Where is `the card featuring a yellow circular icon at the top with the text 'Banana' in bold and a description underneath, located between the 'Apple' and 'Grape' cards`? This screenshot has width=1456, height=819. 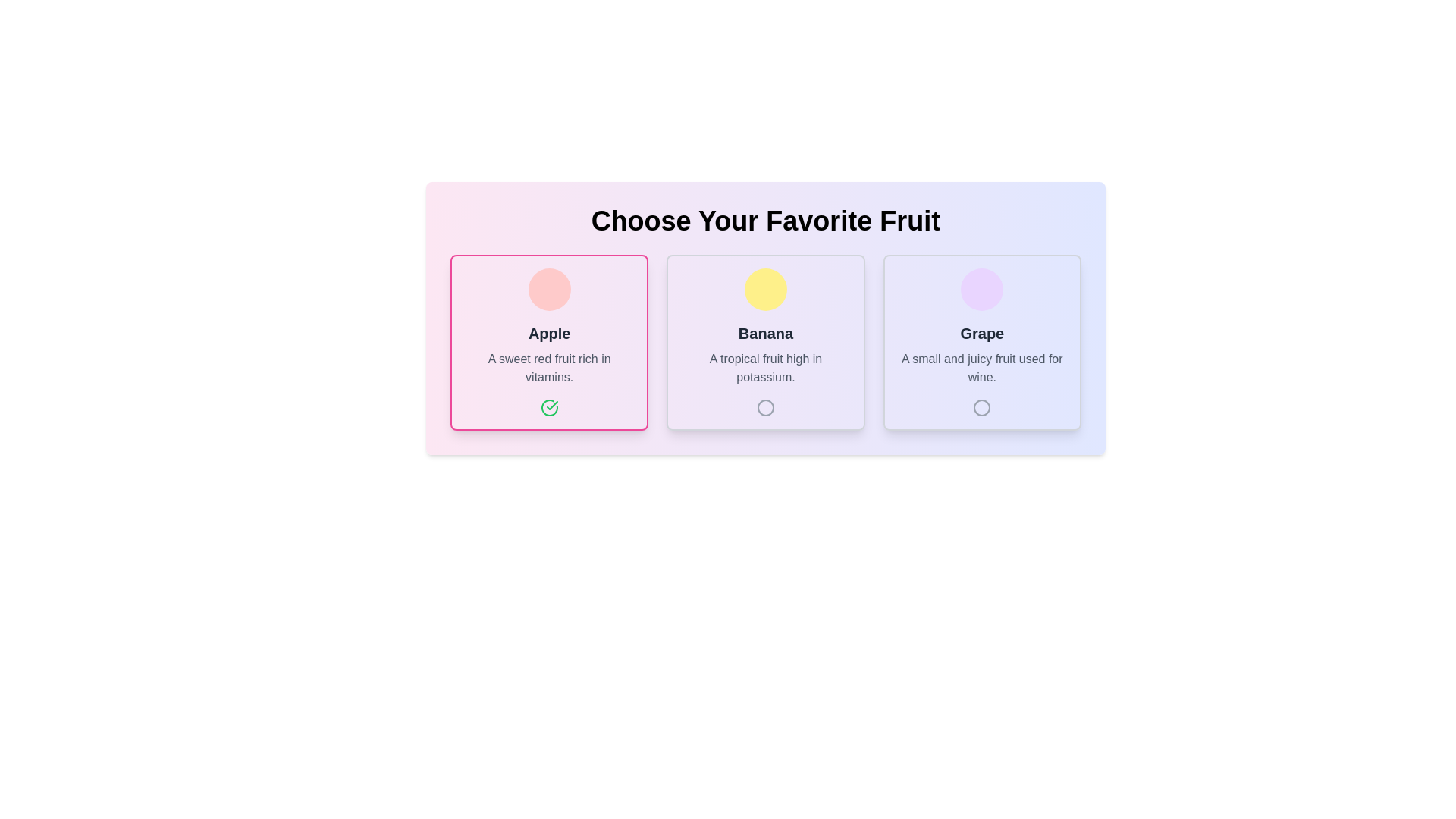 the card featuring a yellow circular icon at the top with the text 'Banana' in bold and a description underneath, located between the 'Apple' and 'Grape' cards is located at coordinates (765, 342).